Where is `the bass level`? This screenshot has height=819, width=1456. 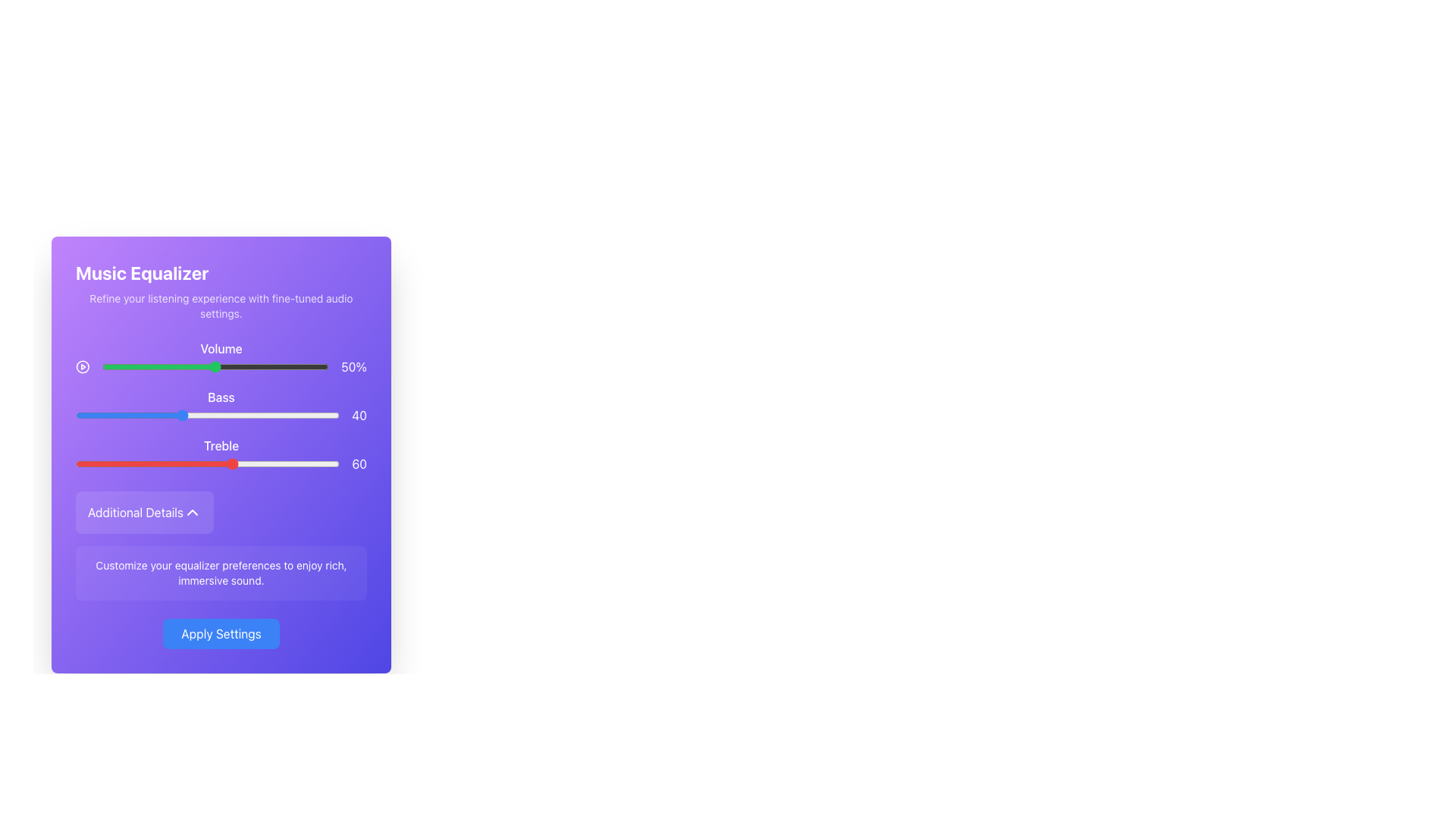 the bass level is located at coordinates (328, 415).